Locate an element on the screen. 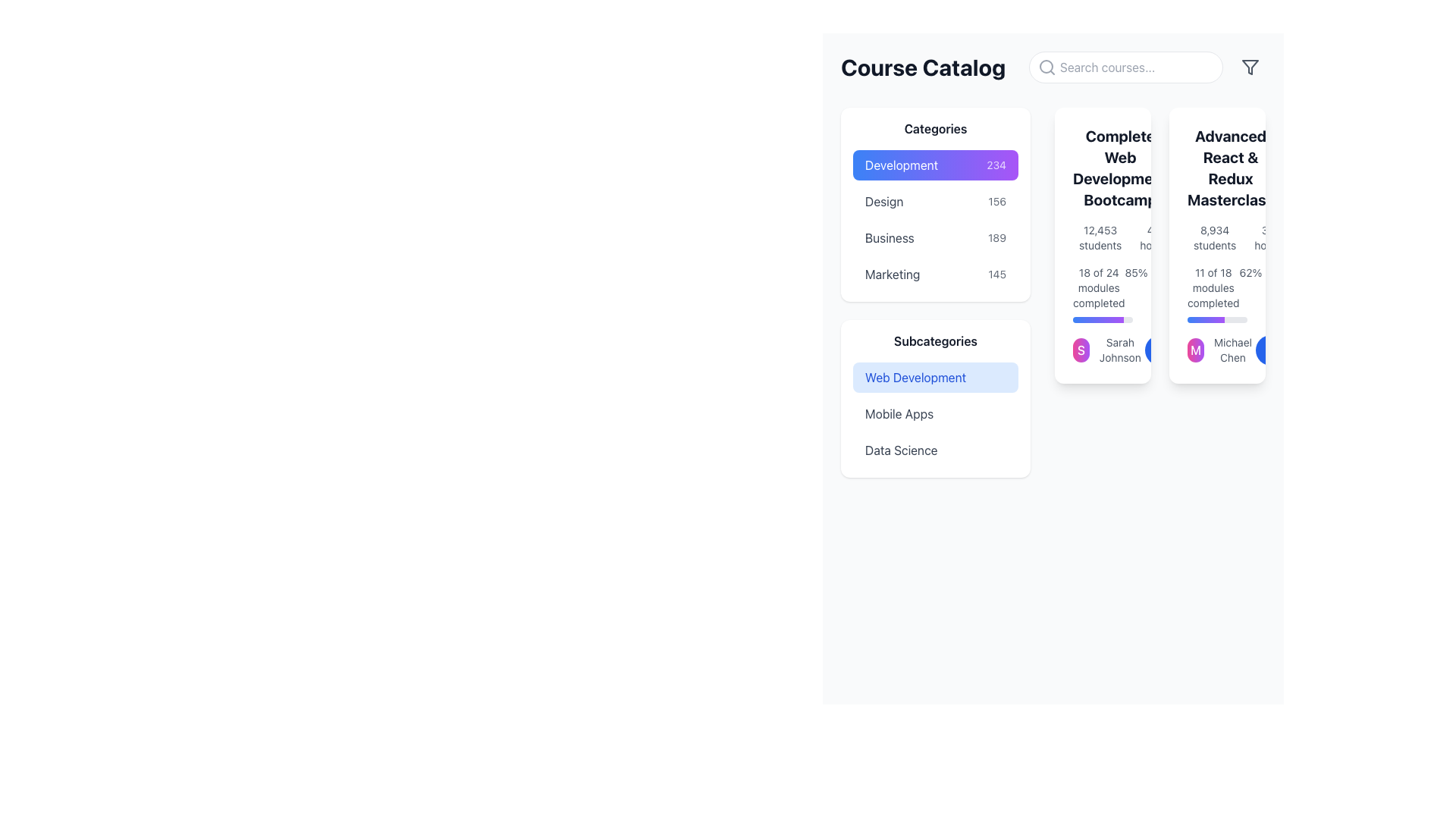 Image resolution: width=1456 pixels, height=819 pixels. the Course information card located in the upper-right portion of the grid is located at coordinates (1217, 245).